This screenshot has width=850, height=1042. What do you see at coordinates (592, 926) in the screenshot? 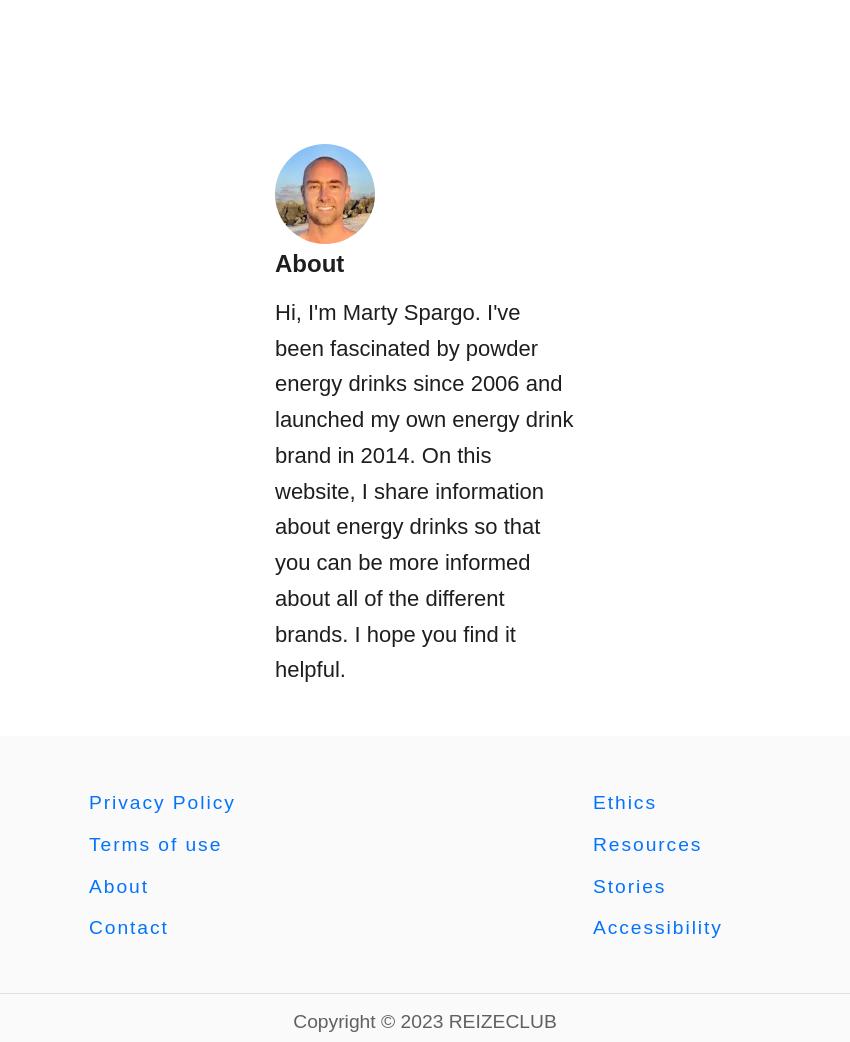
I see `'Accessibility'` at bounding box center [592, 926].